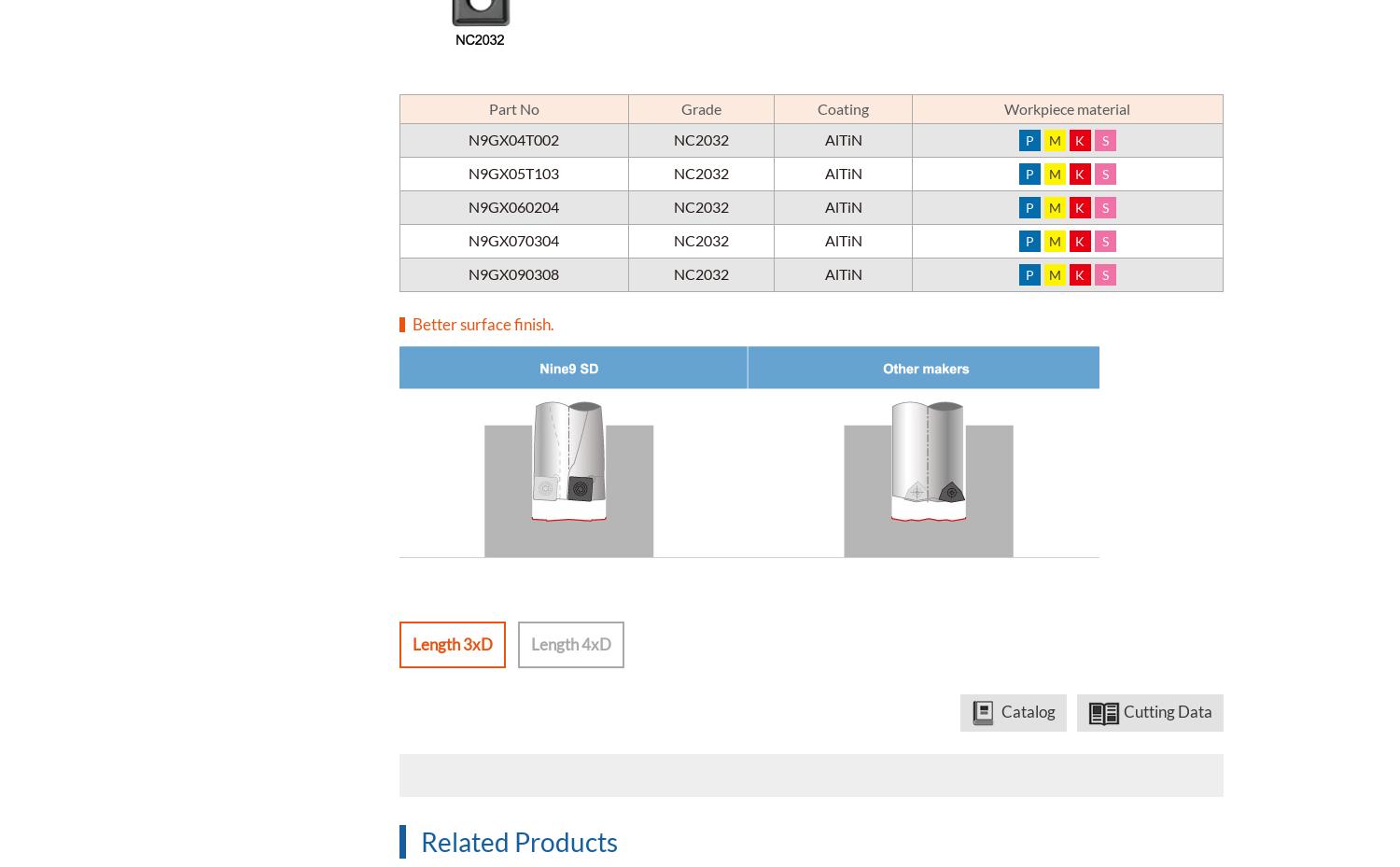 This screenshot has width=1400, height=867. What do you see at coordinates (513, 273) in the screenshot?
I see `'N9GX090308'` at bounding box center [513, 273].